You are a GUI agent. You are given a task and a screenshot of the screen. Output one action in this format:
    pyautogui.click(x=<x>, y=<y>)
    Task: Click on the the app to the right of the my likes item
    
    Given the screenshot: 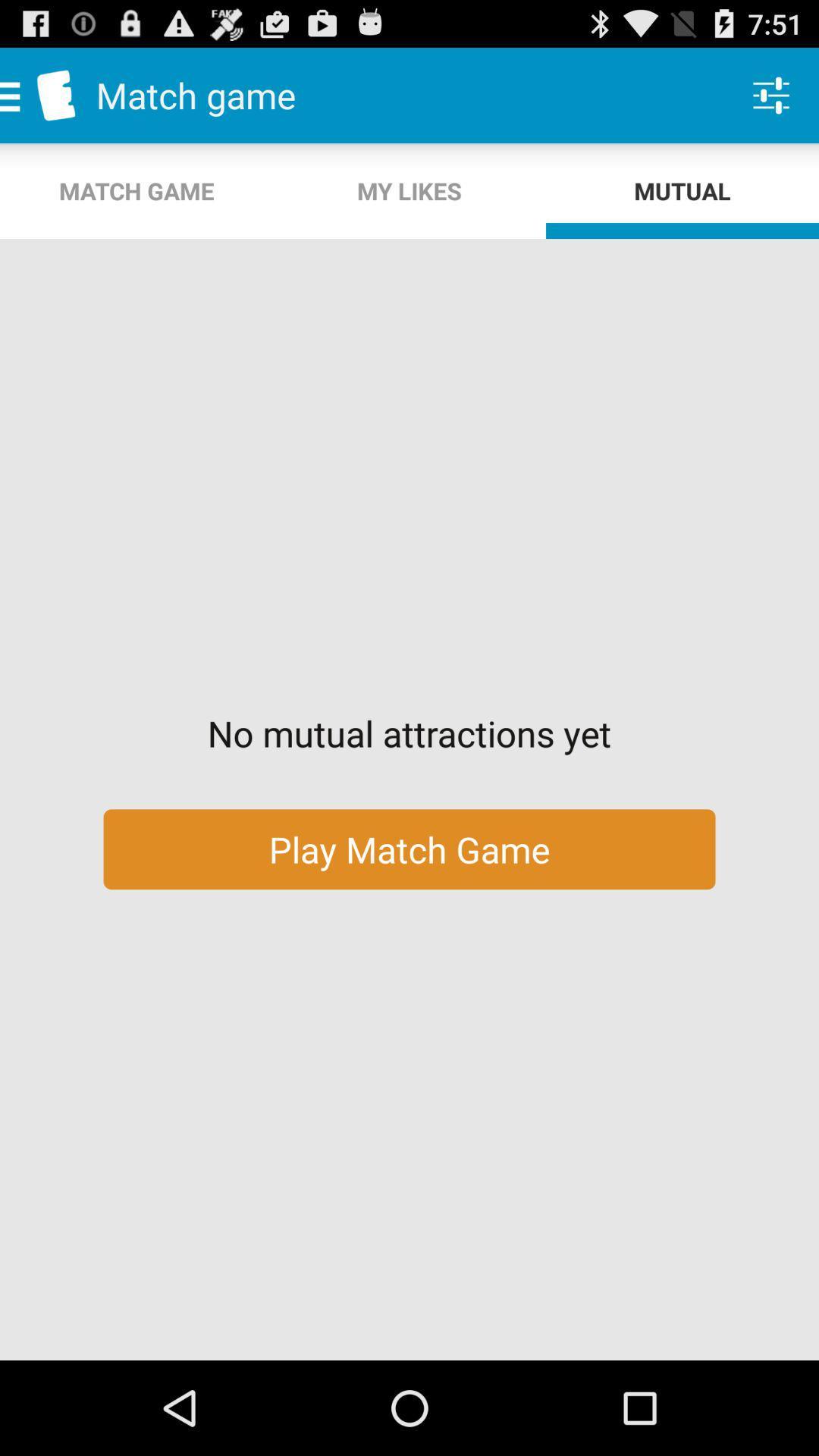 What is the action you would take?
    pyautogui.click(x=771, y=94)
    